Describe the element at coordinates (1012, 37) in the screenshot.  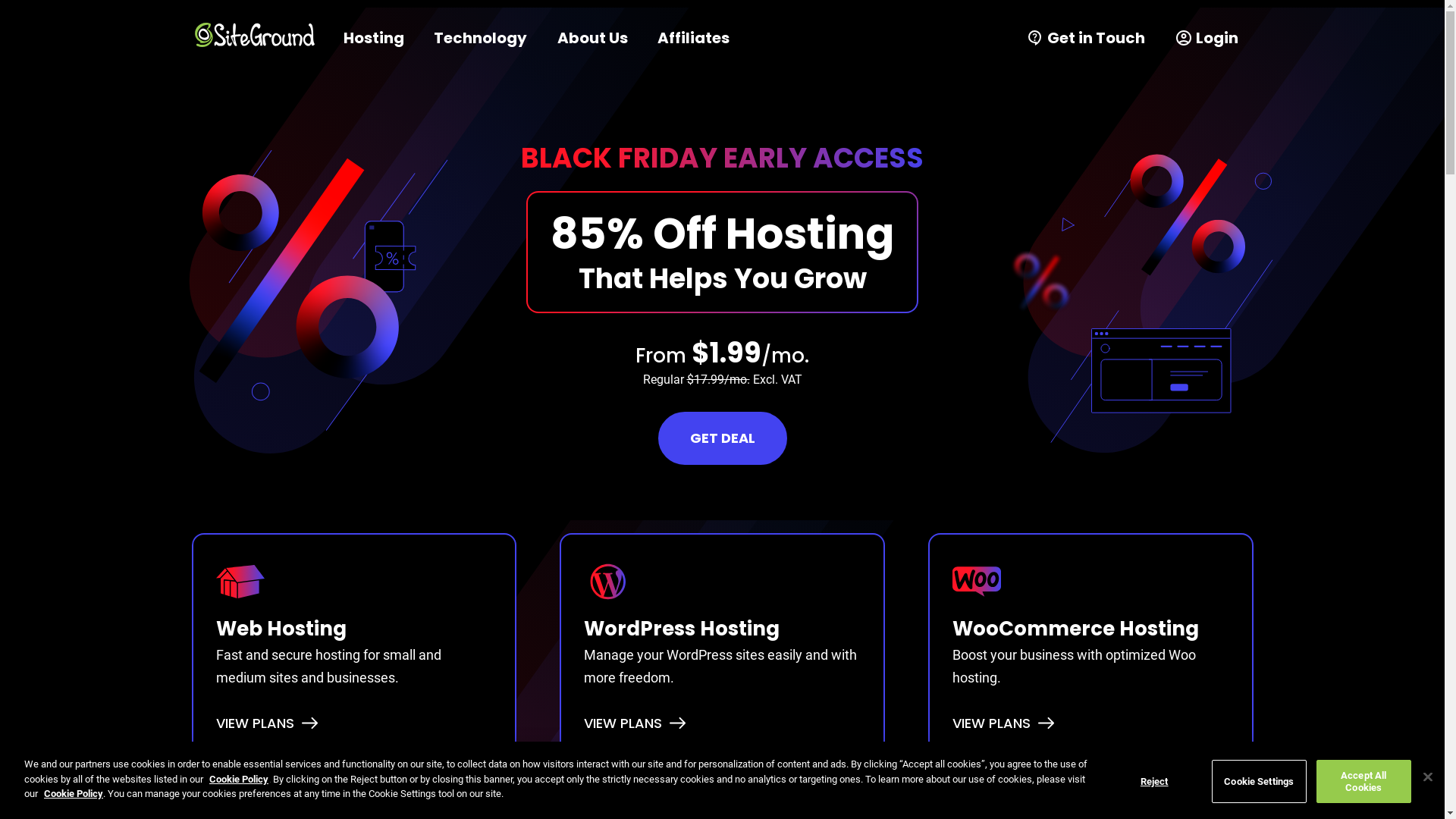
I see `'Get in Touch'` at that location.